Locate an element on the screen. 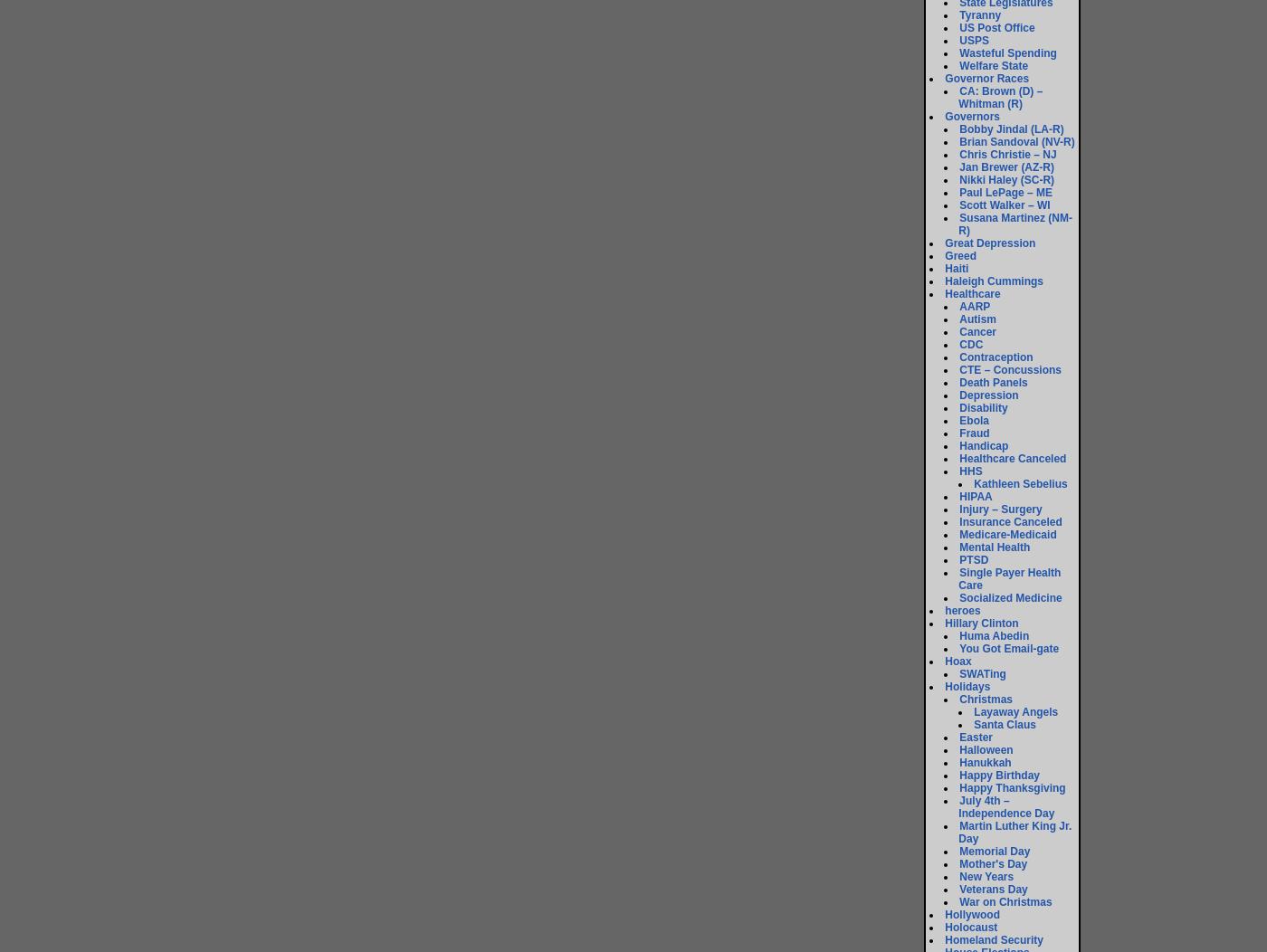  'Single Payer Health Care' is located at coordinates (1009, 579).